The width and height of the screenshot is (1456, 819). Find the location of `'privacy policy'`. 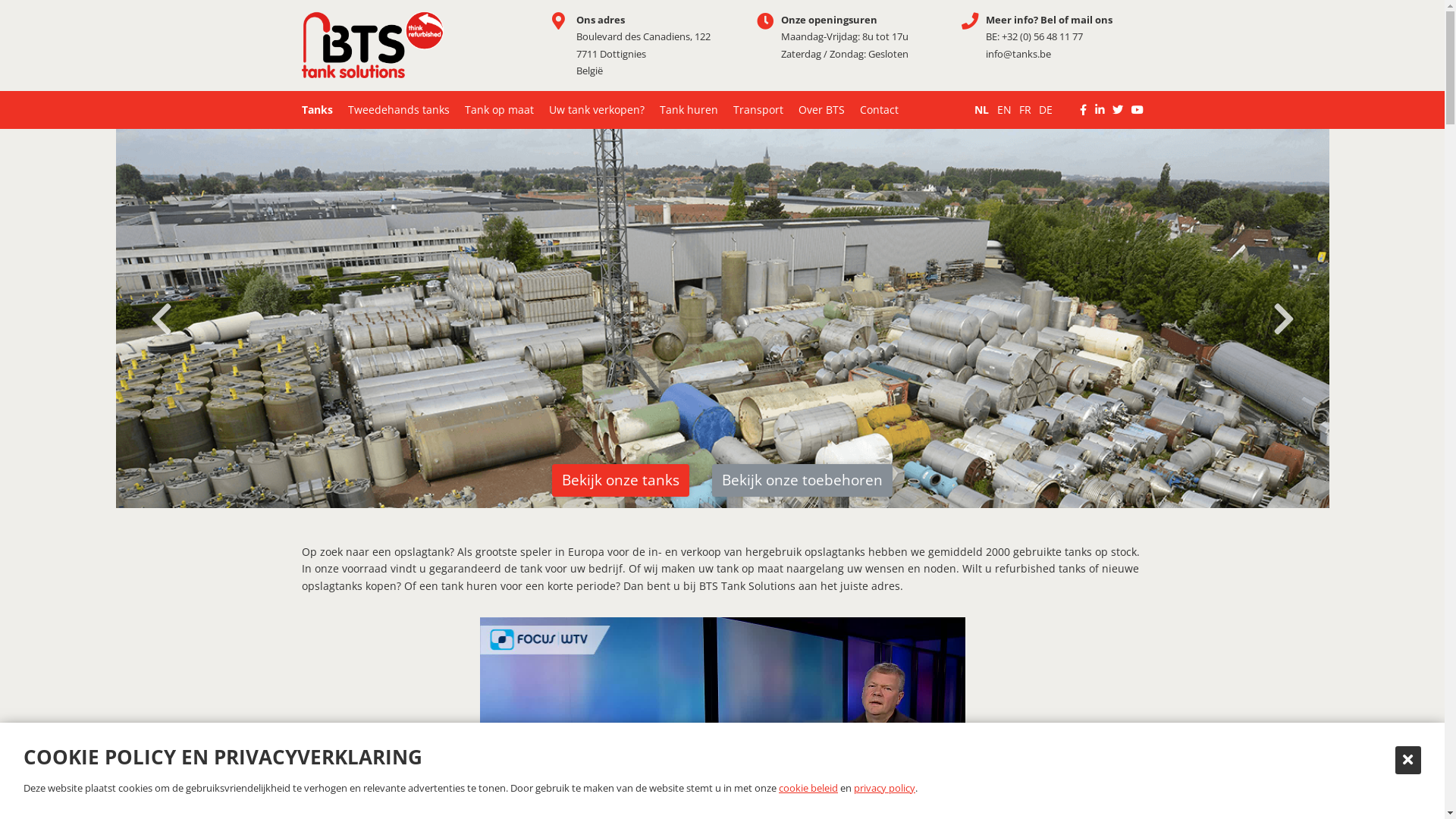

'privacy policy' is located at coordinates (854, 786).